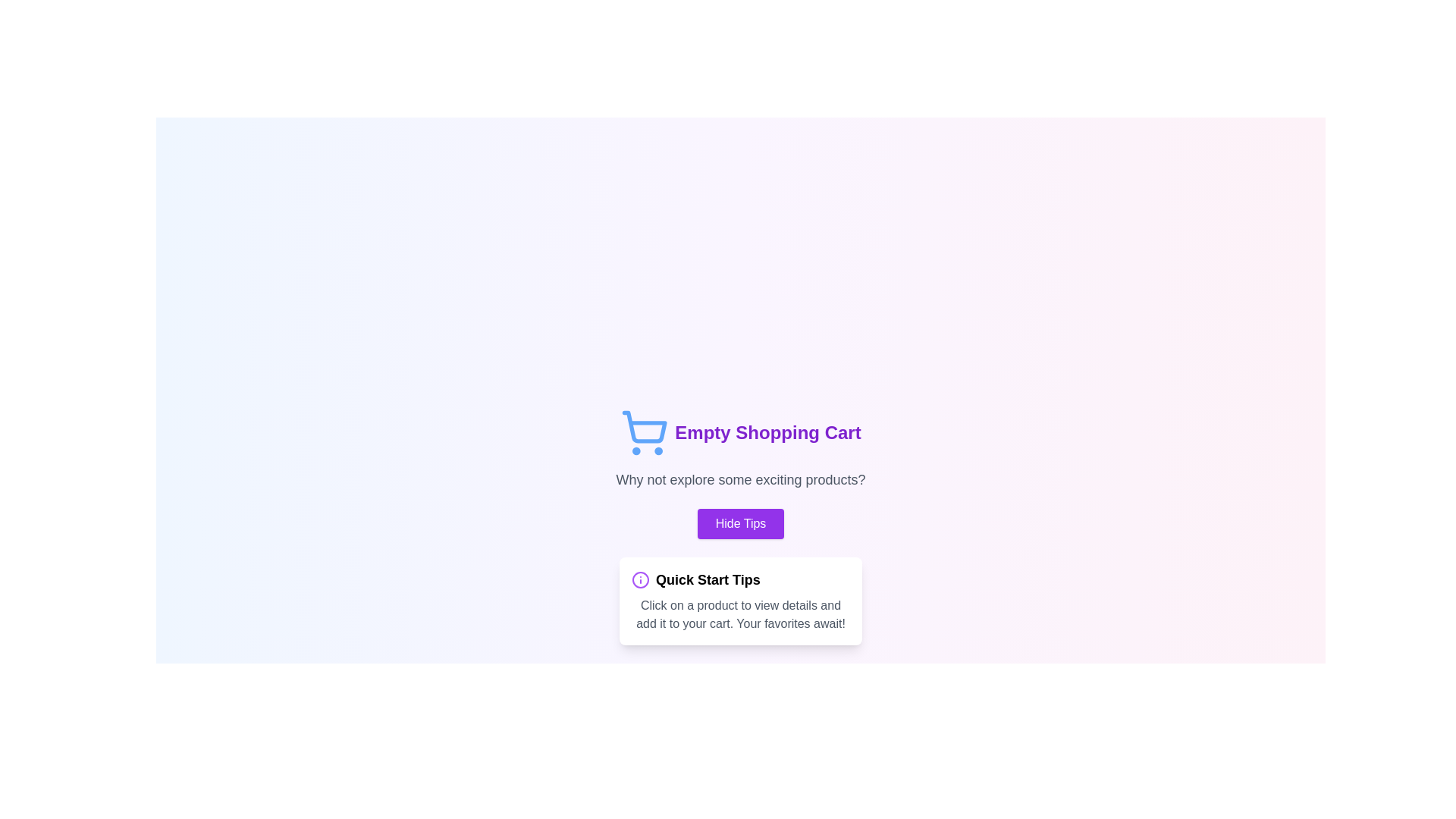 The width and height of the screenshot is (1456, 819). What do you see at coordinates (640, 579) in the screenshot?
I see `the circular SVG graphic with a solid outline and light-purple fill, which is the largest circle in the information icon located in the 'Quick Start Tips' section` at bounding box center [640, 579].